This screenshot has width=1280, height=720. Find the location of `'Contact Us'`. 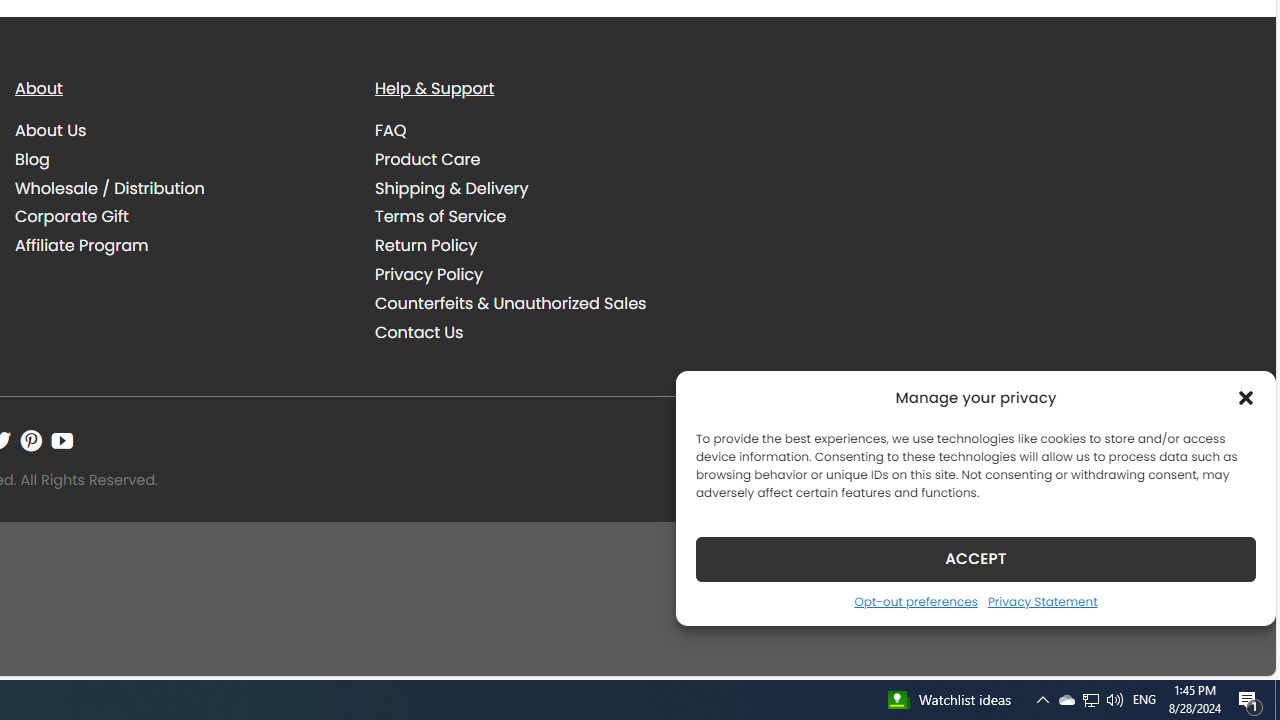

'Contact Us' is located at coordinates (540, 331).